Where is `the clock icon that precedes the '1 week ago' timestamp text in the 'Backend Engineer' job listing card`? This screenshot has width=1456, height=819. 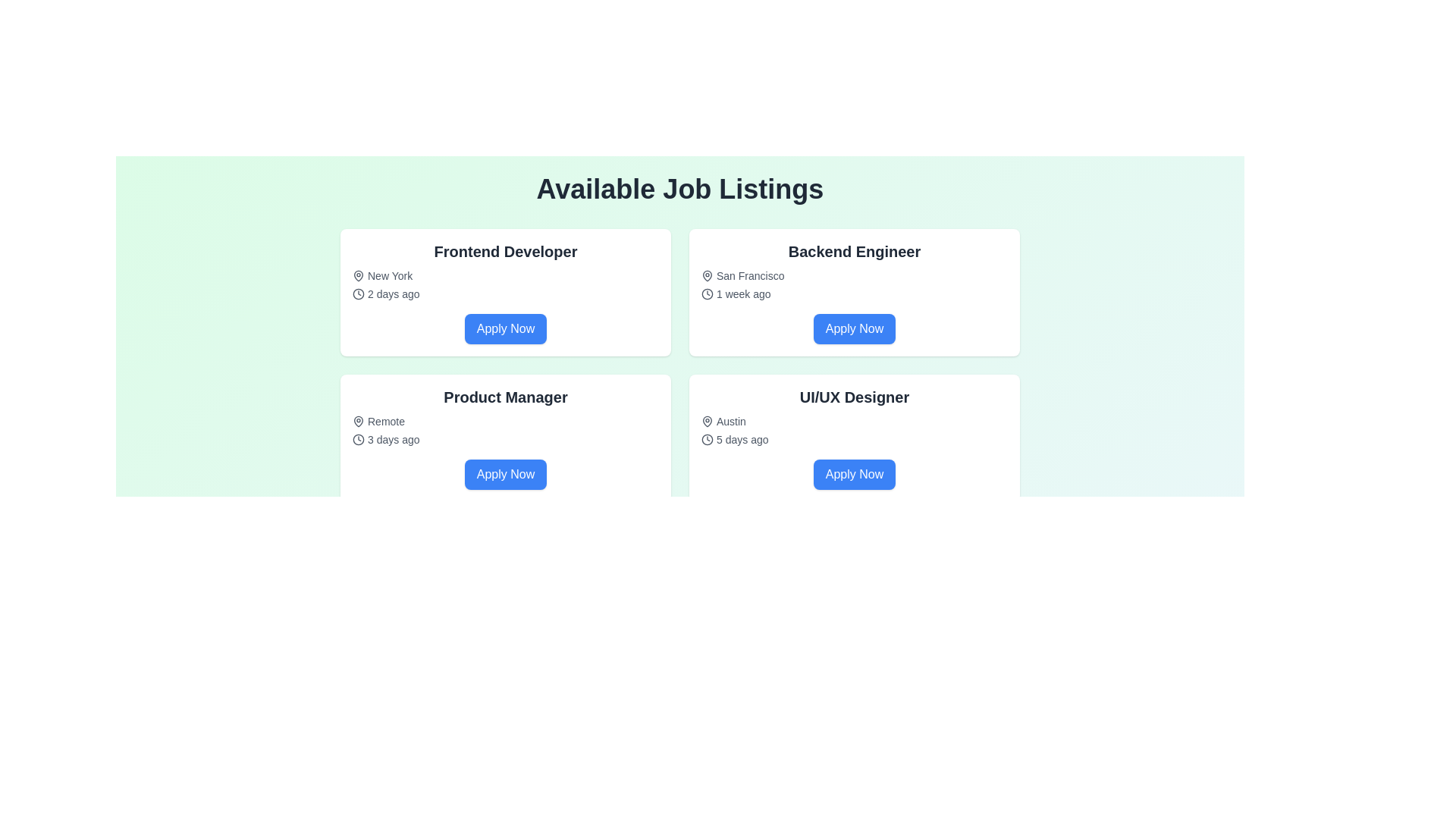 the clock icon that precedes the '1 week ago' timestamp text in the 'Backend Engineer' job listing card is located at coordinates (706, 294).